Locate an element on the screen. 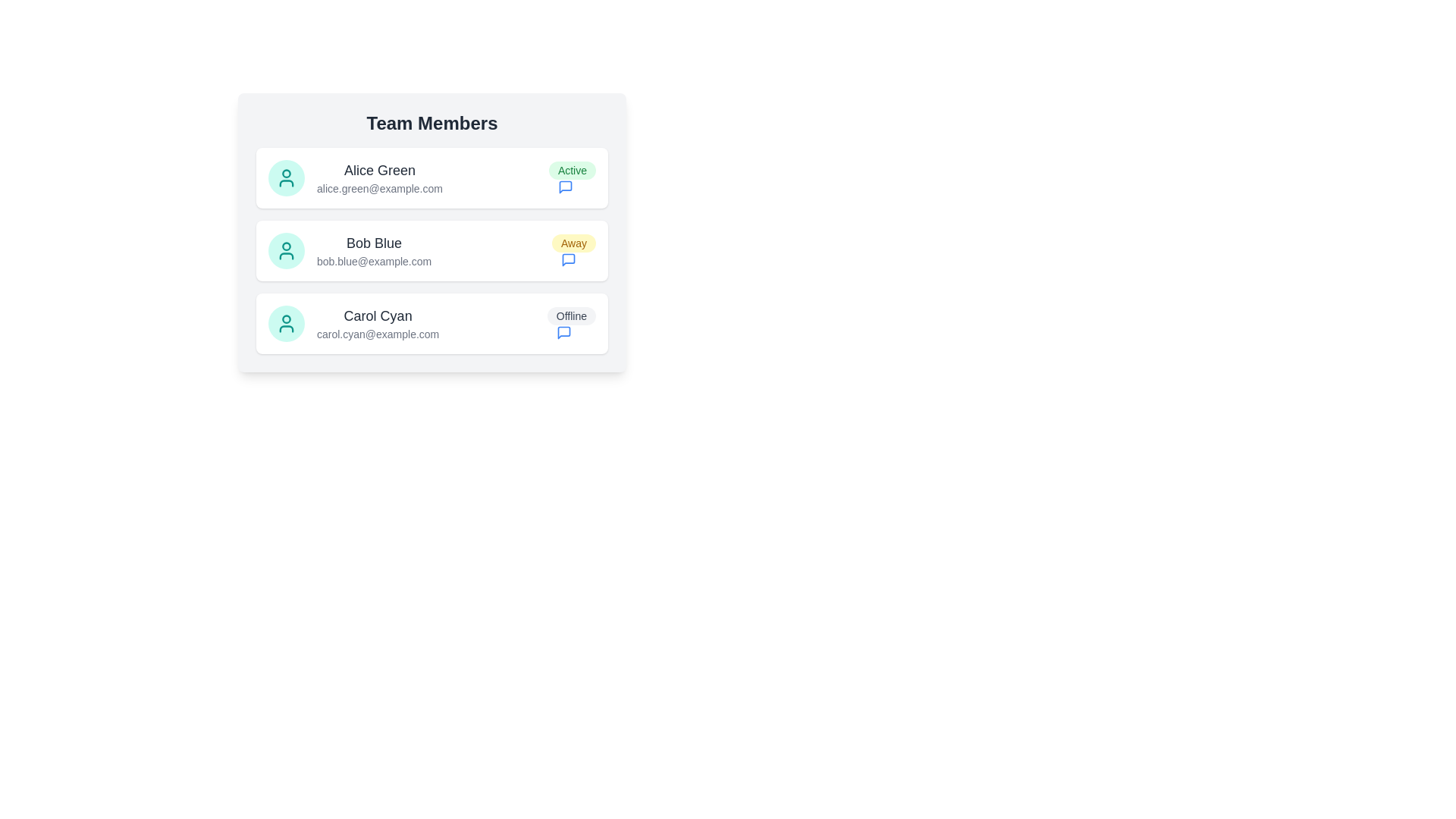 This screenshot has height=819, width=1456. or copy the text label displaying the email address 'alice.green@example.com' located below the name 'Alice Green' in the team member list is located at coordinates (379, 188).